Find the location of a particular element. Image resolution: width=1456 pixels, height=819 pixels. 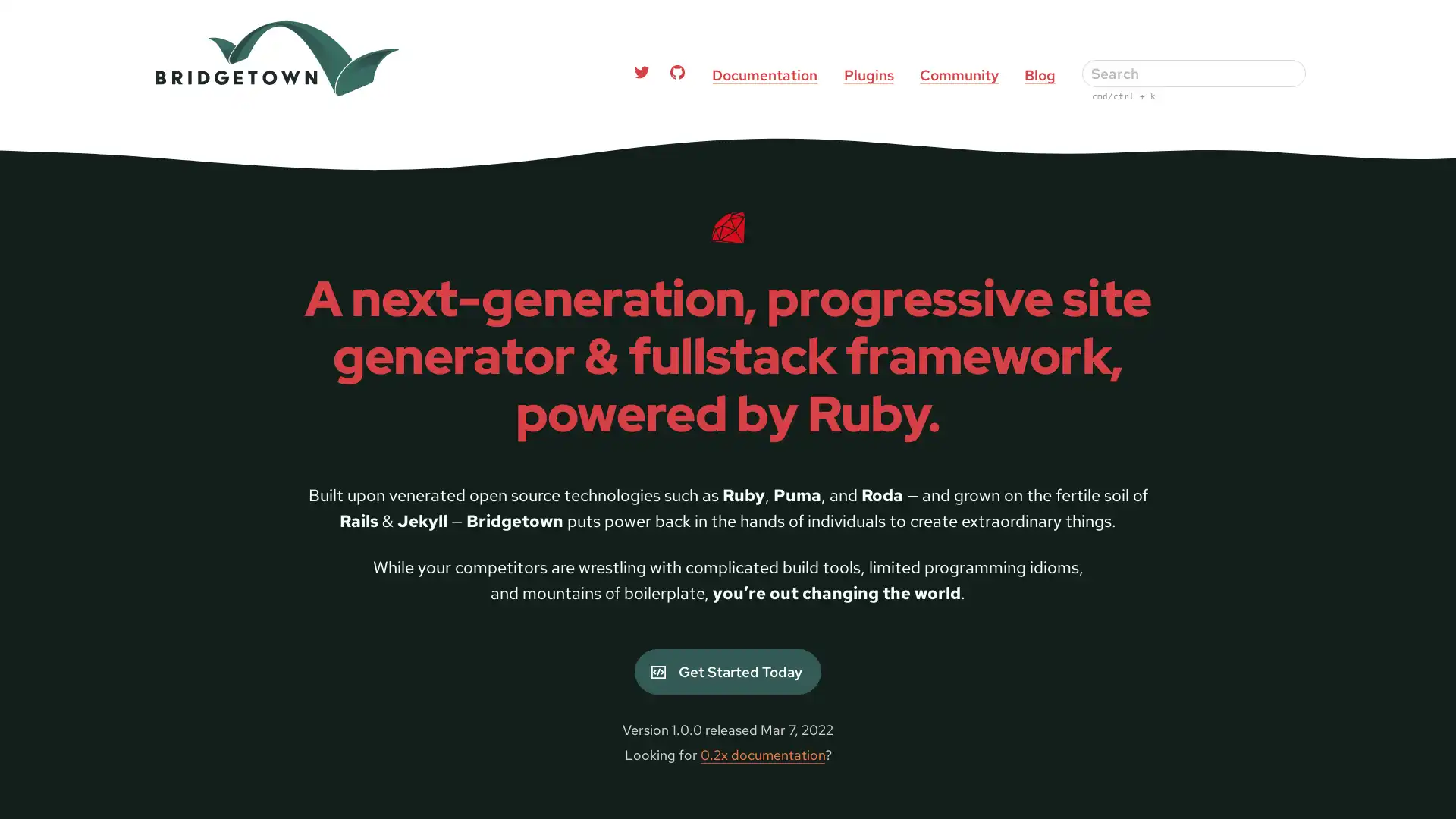

Get Started Today is located at coordinates (726, 671).